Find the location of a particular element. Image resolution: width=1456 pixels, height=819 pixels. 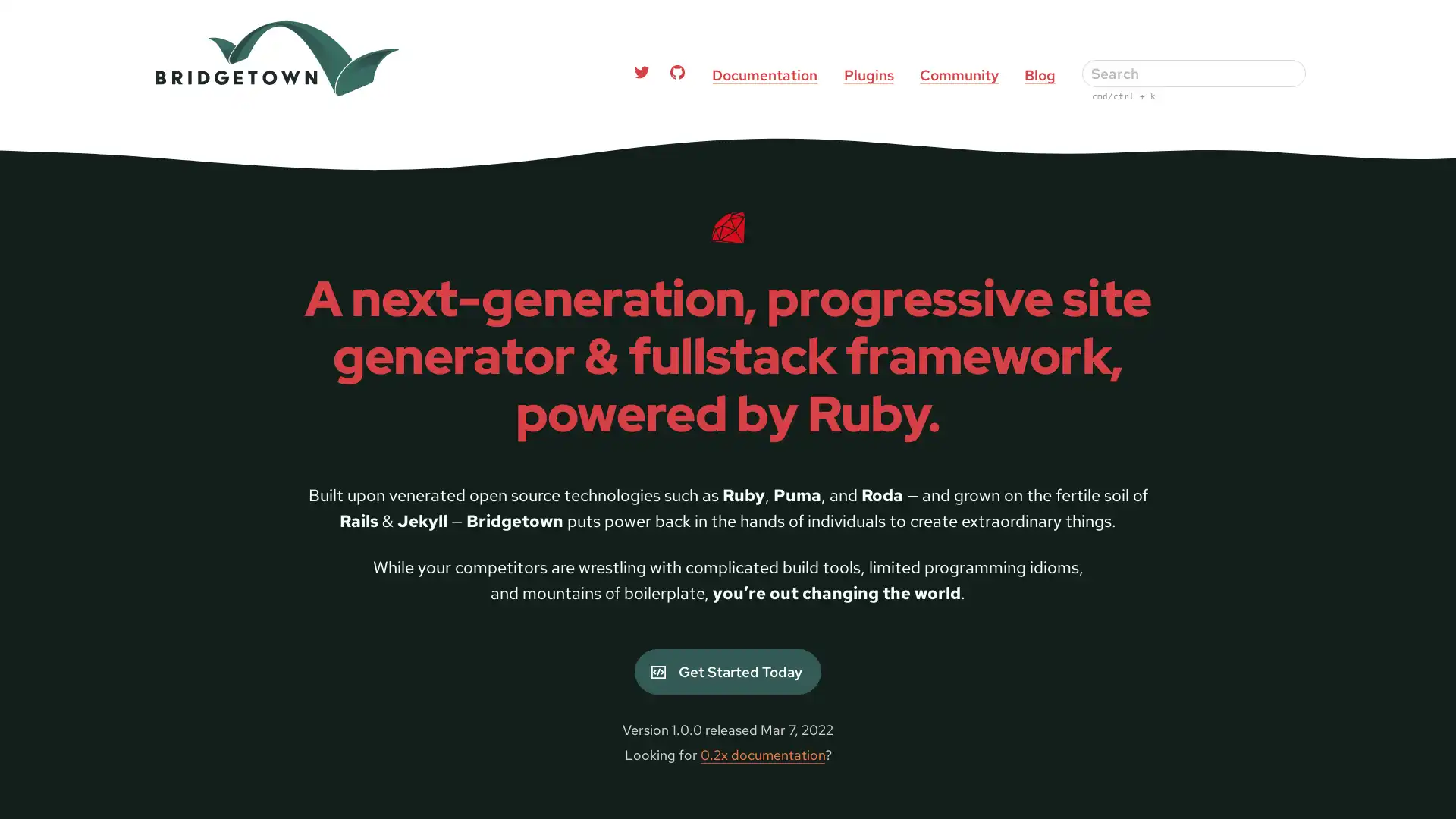

Get Started Today is located at coordinates (726, 671).